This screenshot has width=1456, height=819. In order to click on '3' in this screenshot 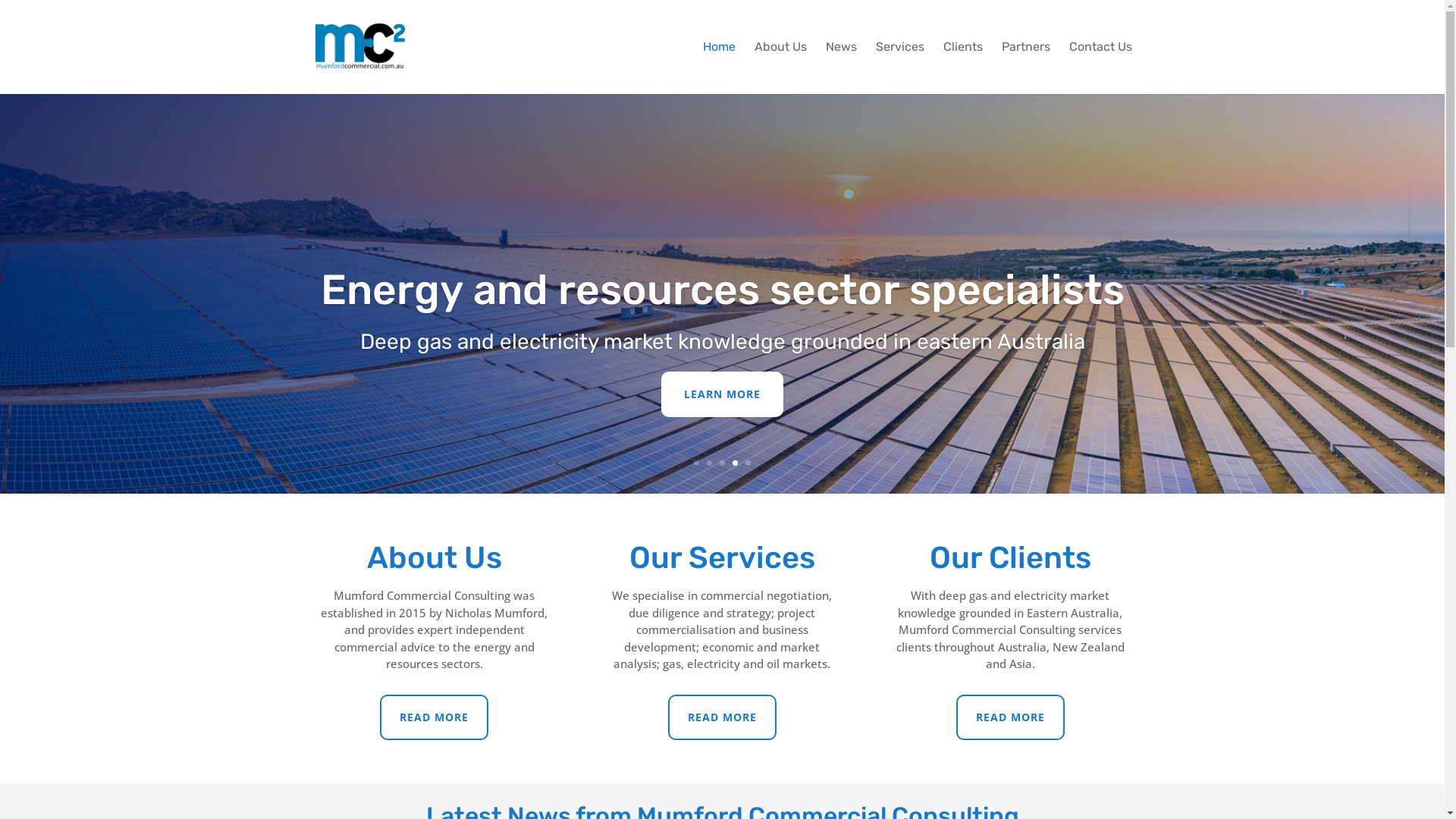, I will do `click(719, 462)`.